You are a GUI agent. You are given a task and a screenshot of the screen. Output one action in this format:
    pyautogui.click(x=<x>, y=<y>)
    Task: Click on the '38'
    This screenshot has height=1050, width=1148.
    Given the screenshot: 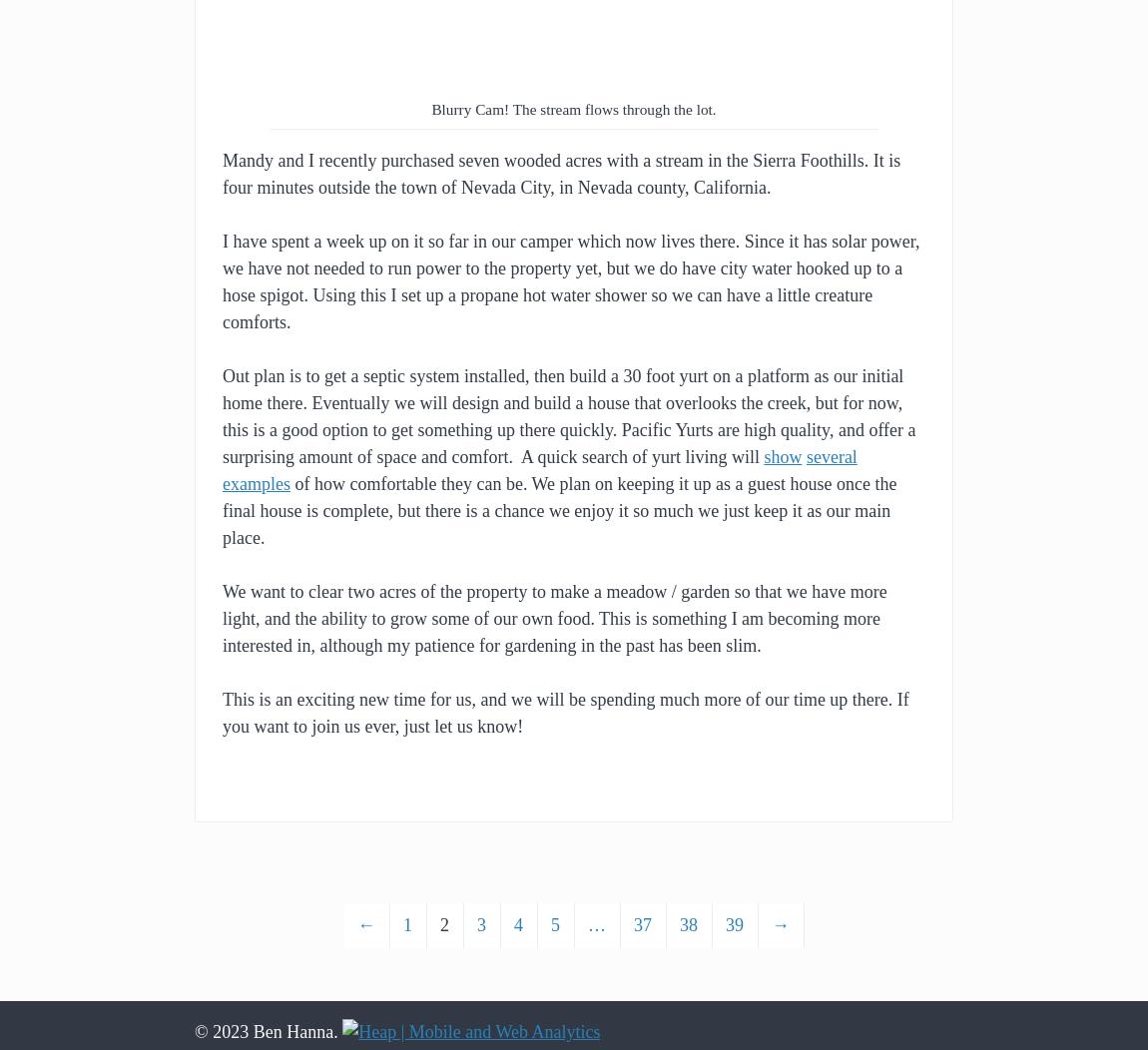 What is the action you would take?
    pyautogui.click(x=688, y=924)
    